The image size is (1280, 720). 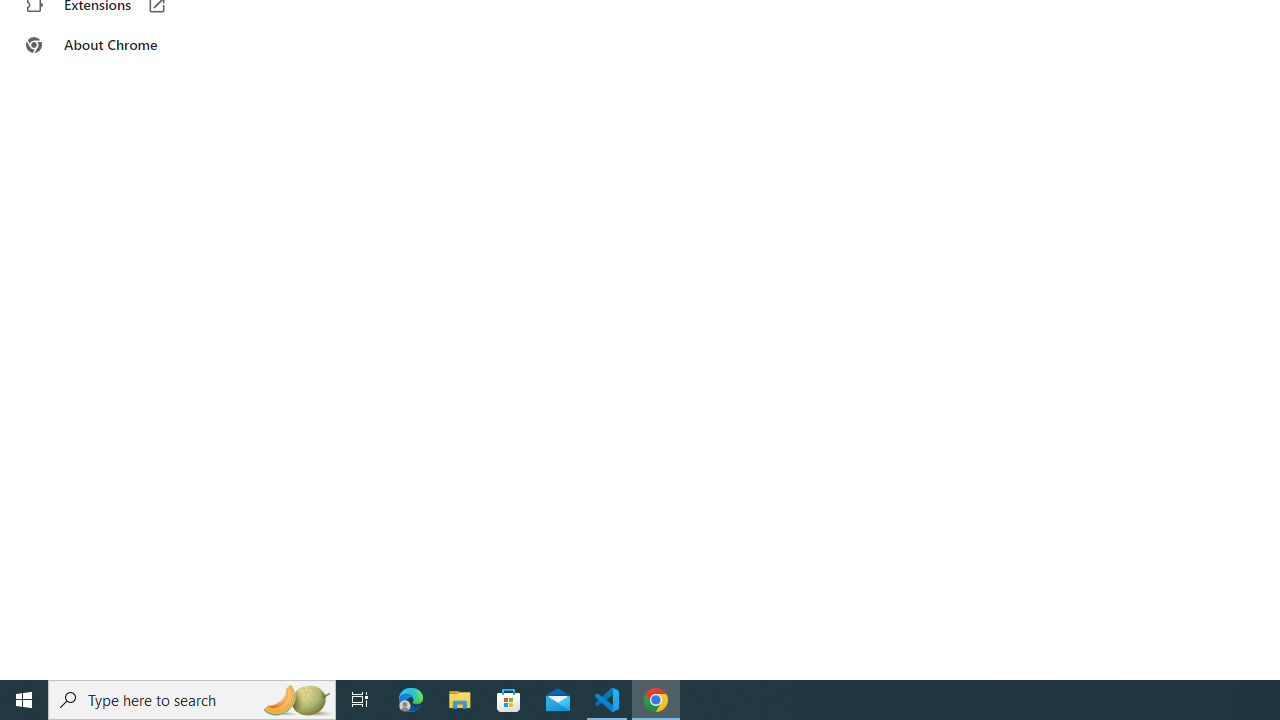 I want to click on 'Start', so click(x=24, y=698).